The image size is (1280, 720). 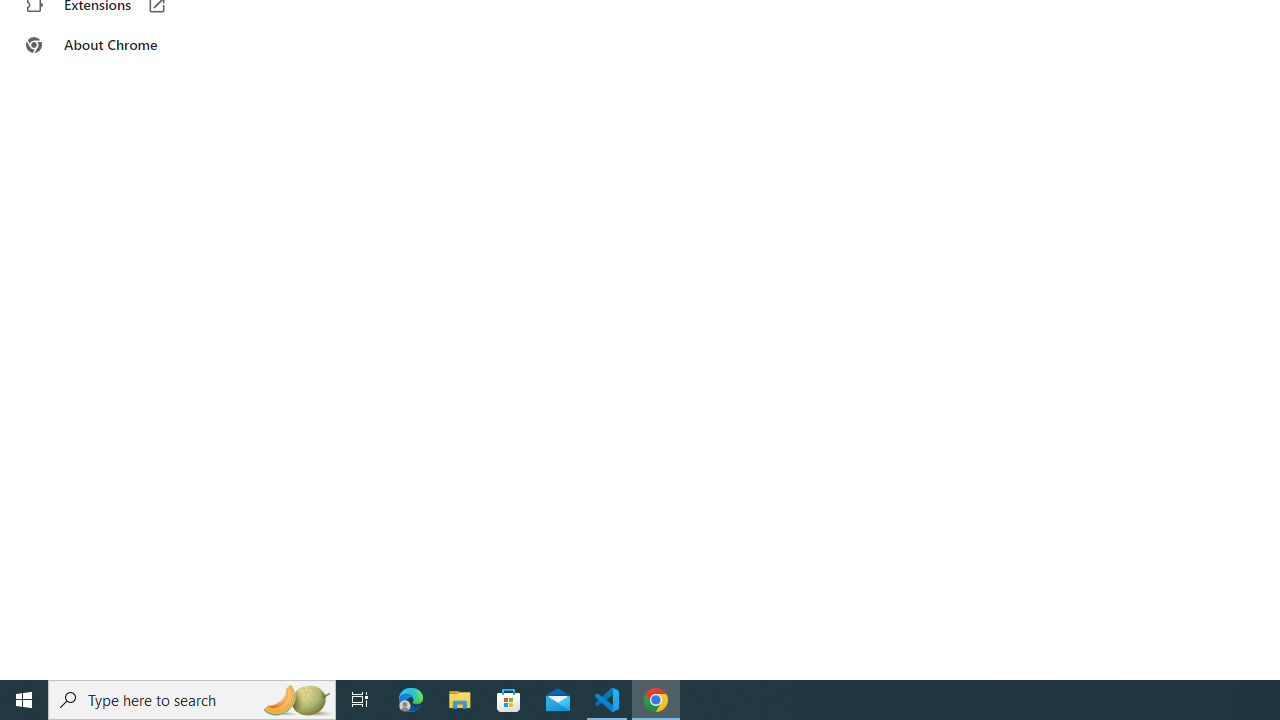 I want to click on 'Start', so click(x=24, y=698).